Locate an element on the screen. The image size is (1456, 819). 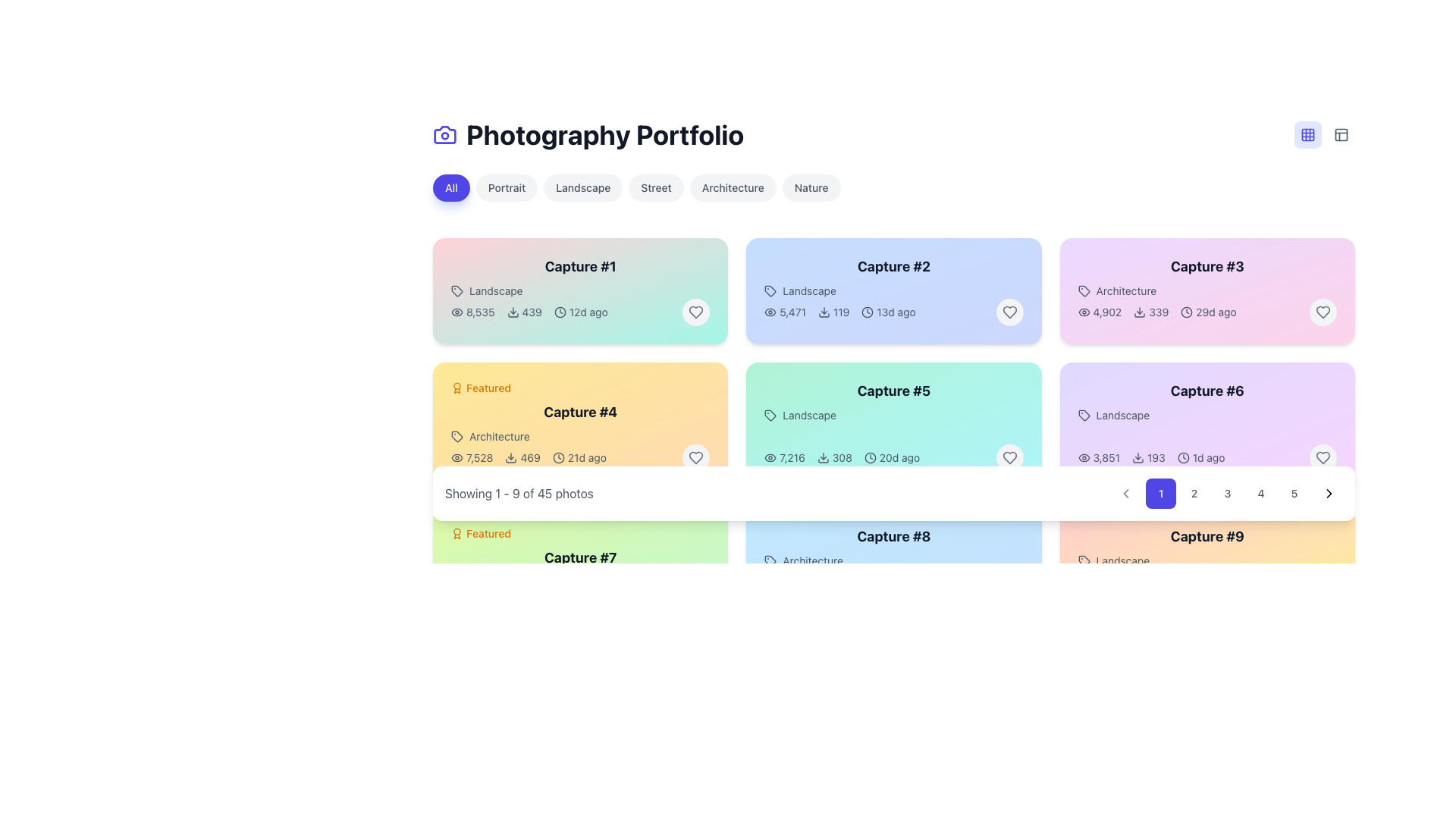
the card labeled 'Capture #7' with 'Featured' in amber font is located at coordinates (579, 558).